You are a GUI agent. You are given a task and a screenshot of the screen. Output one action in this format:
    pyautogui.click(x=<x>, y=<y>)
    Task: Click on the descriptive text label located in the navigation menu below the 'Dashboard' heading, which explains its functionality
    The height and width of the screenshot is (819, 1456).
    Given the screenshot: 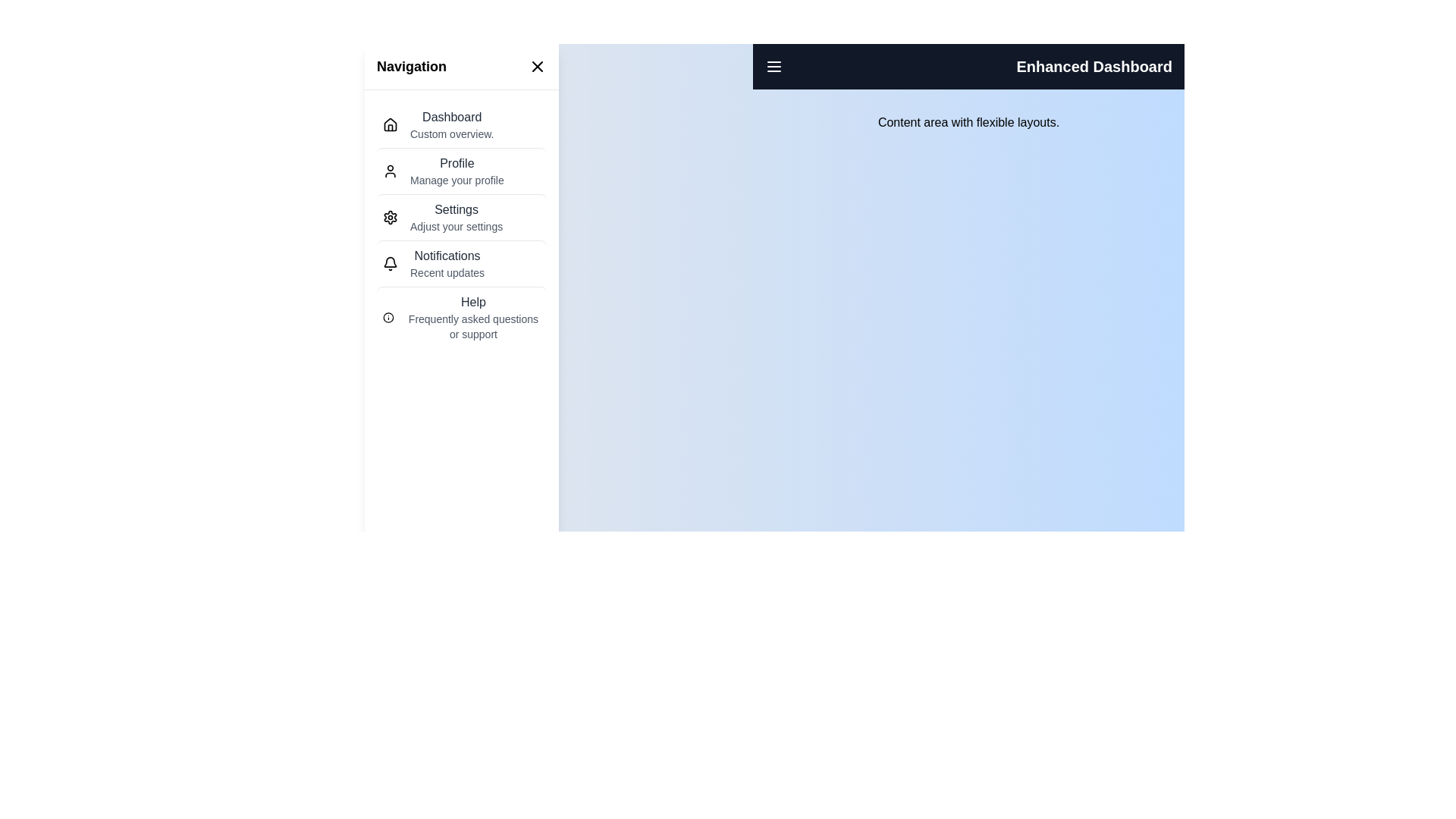 What is the action you would take?
    pyautogui.click(x=451, y=133)
    